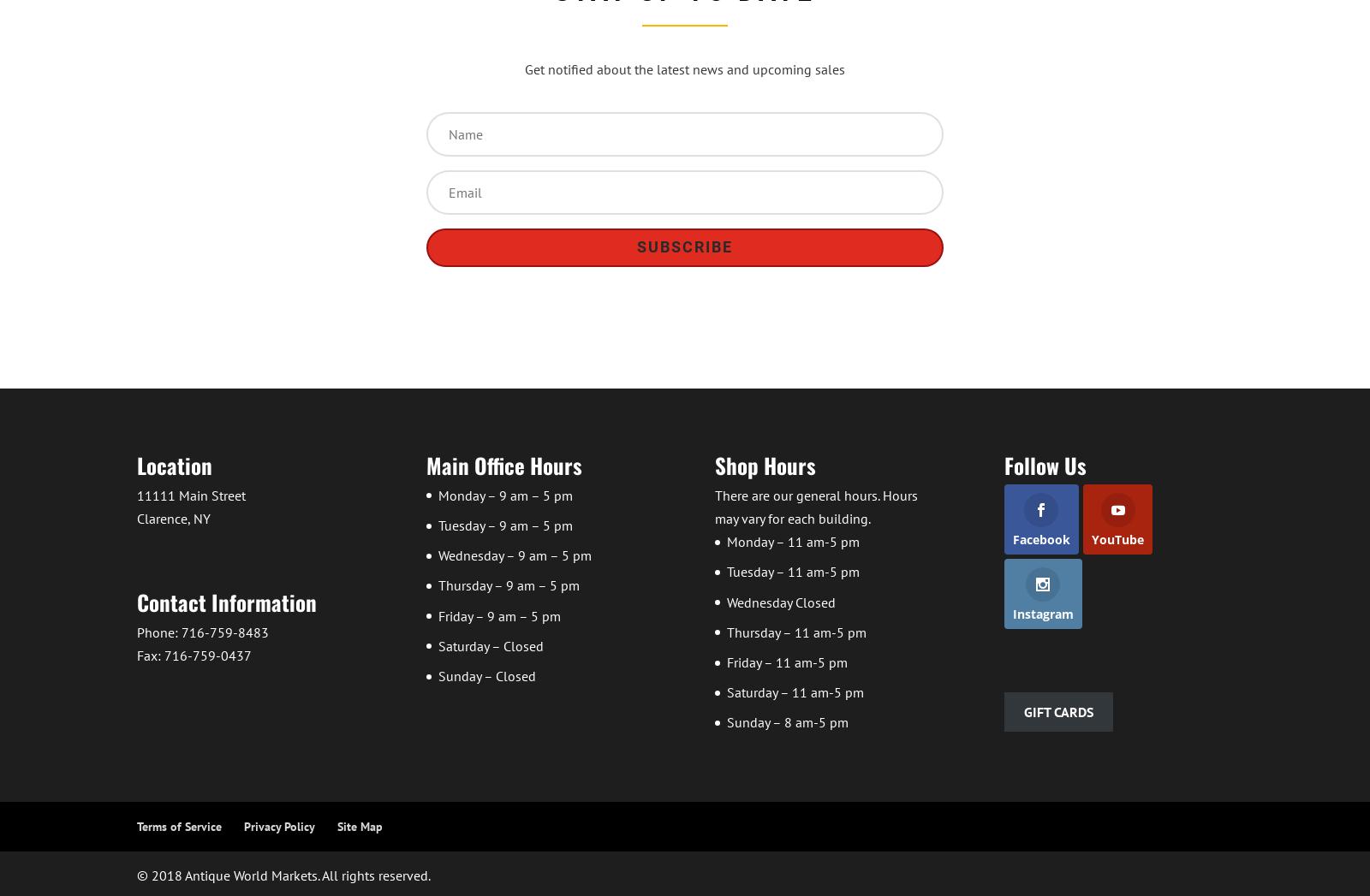 The image size is (1370, 896). What do you see at coordinates (202, 632) in the screenshot?
I see `'Phone: 716-759-8483'` at bounding box center [202, 632].